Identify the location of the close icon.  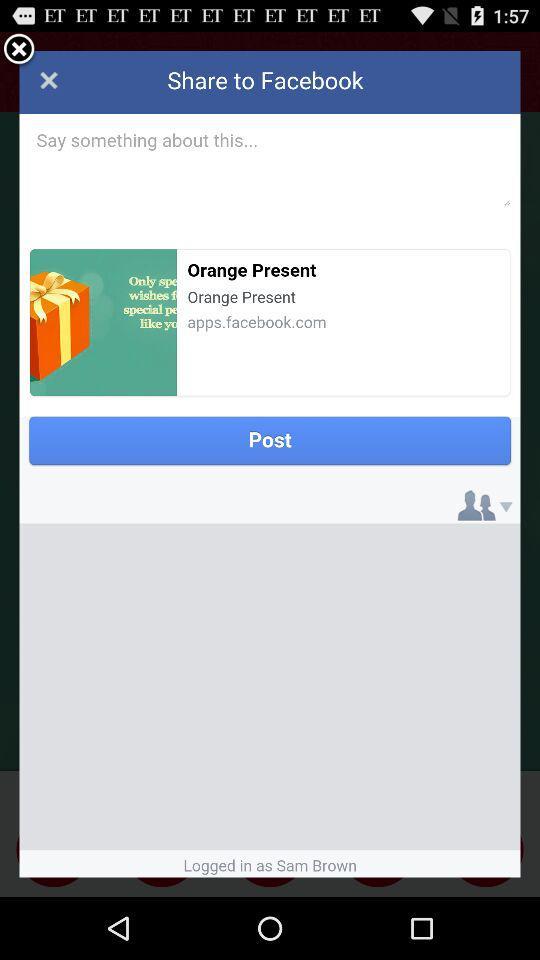
(18, 53).